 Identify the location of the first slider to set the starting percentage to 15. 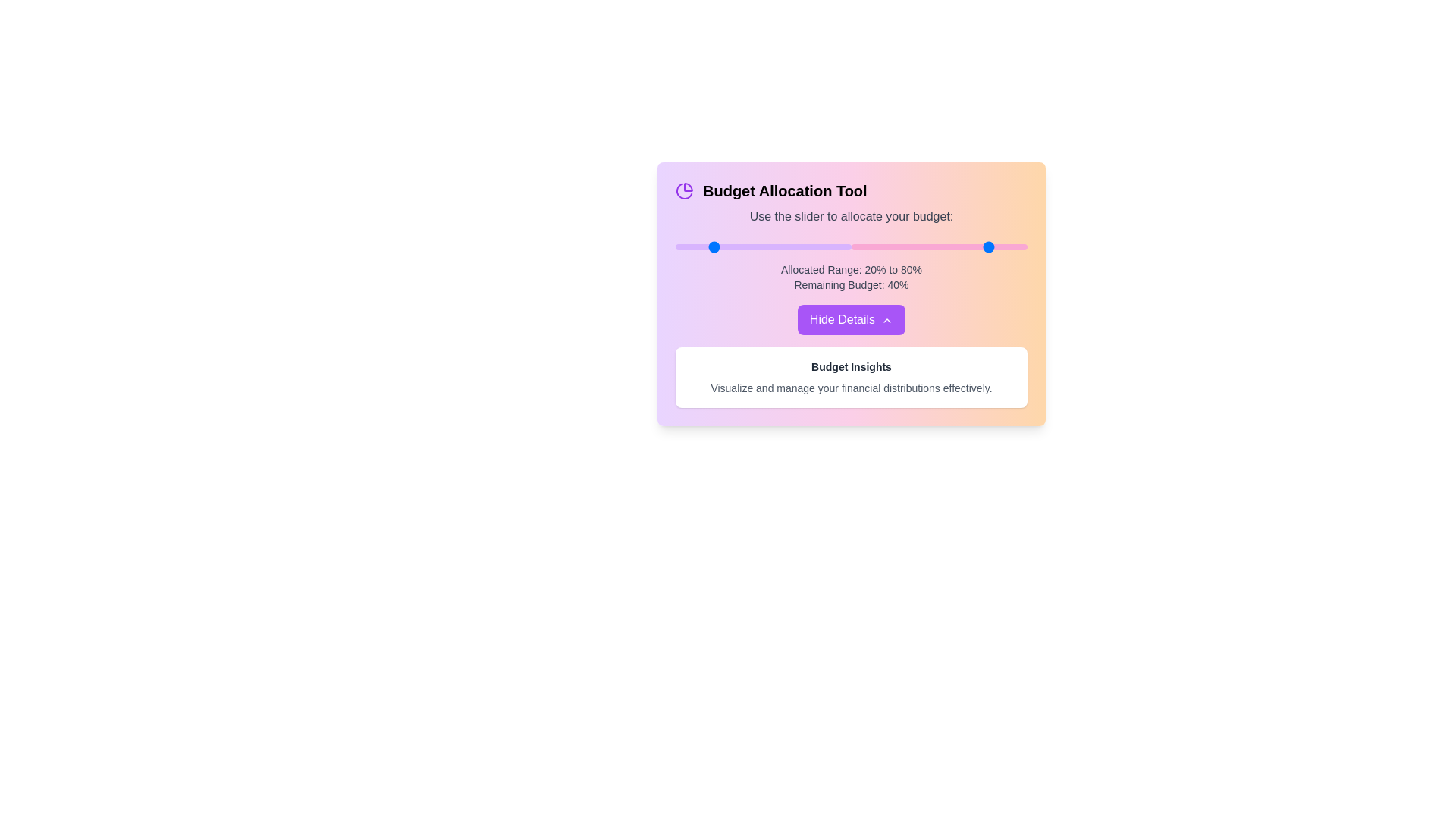
(701, 246).